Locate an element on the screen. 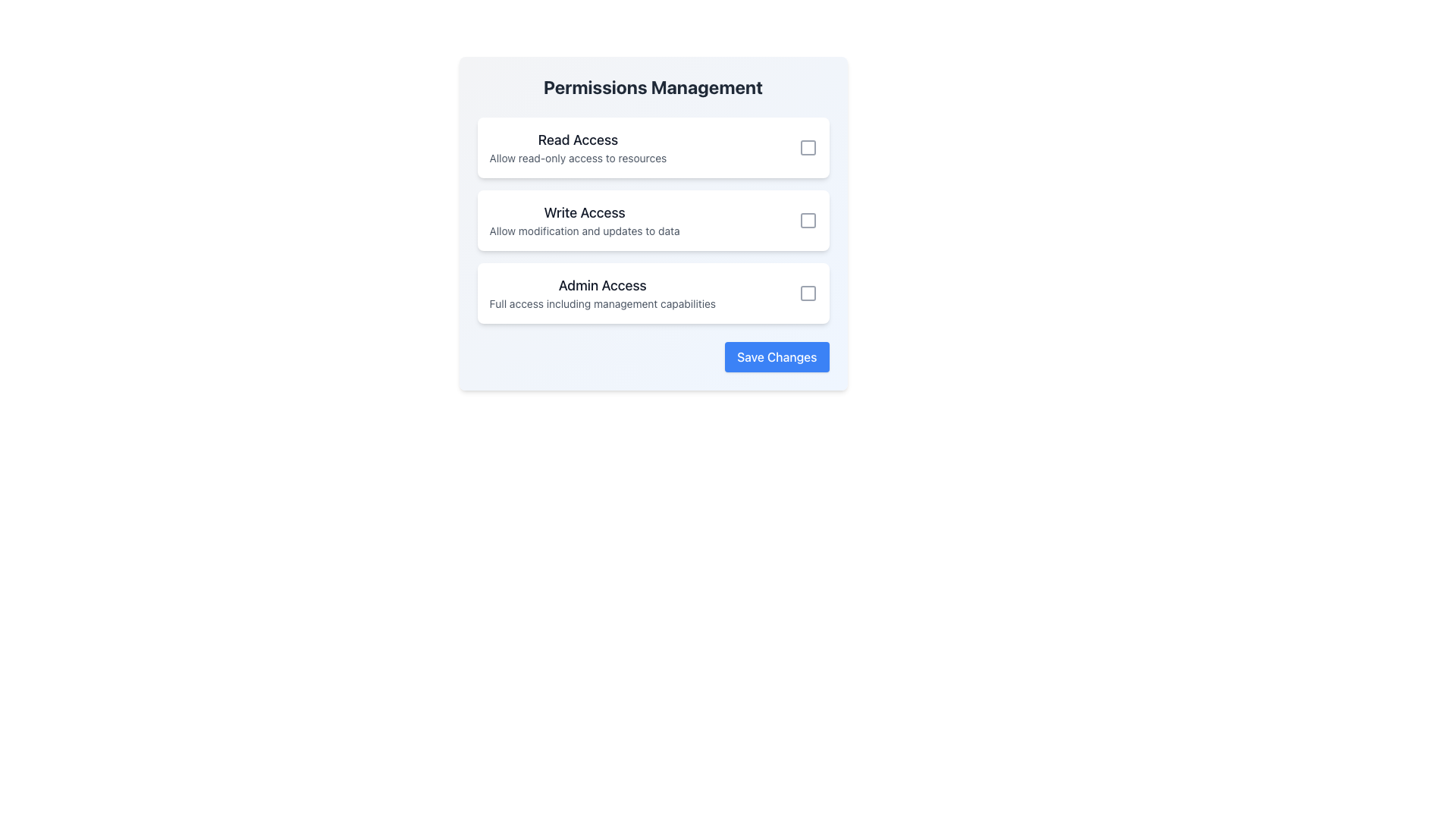 The image size is (1456, 819). the Text Label that serves as the title for the section describing read-only access permissions, located in the top left corner of the Permissions Management section is located at coordinates (577, 140).